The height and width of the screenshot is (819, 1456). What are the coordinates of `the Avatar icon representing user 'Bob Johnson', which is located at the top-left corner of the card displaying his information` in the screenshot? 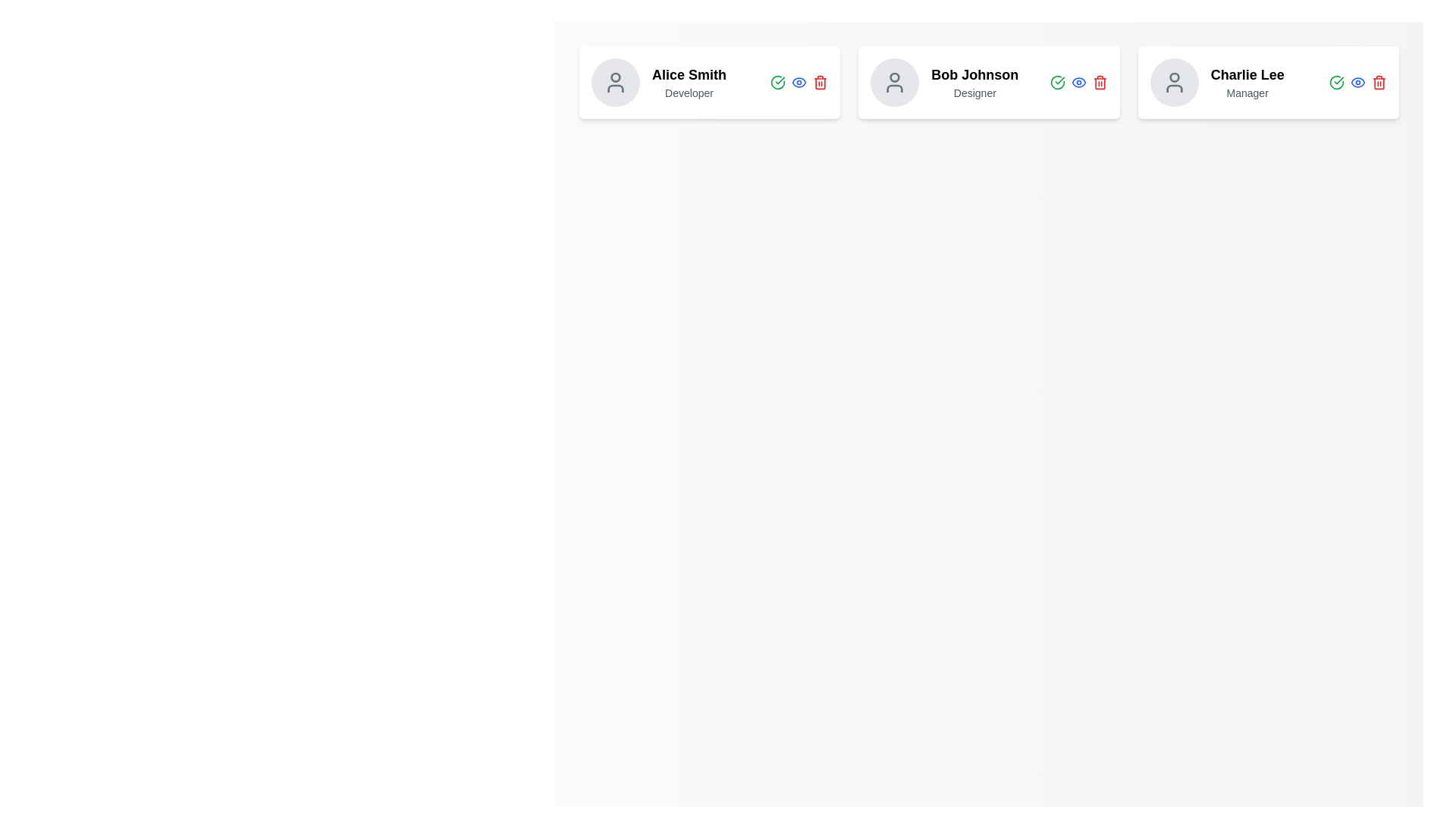 It's located at (895, 82).